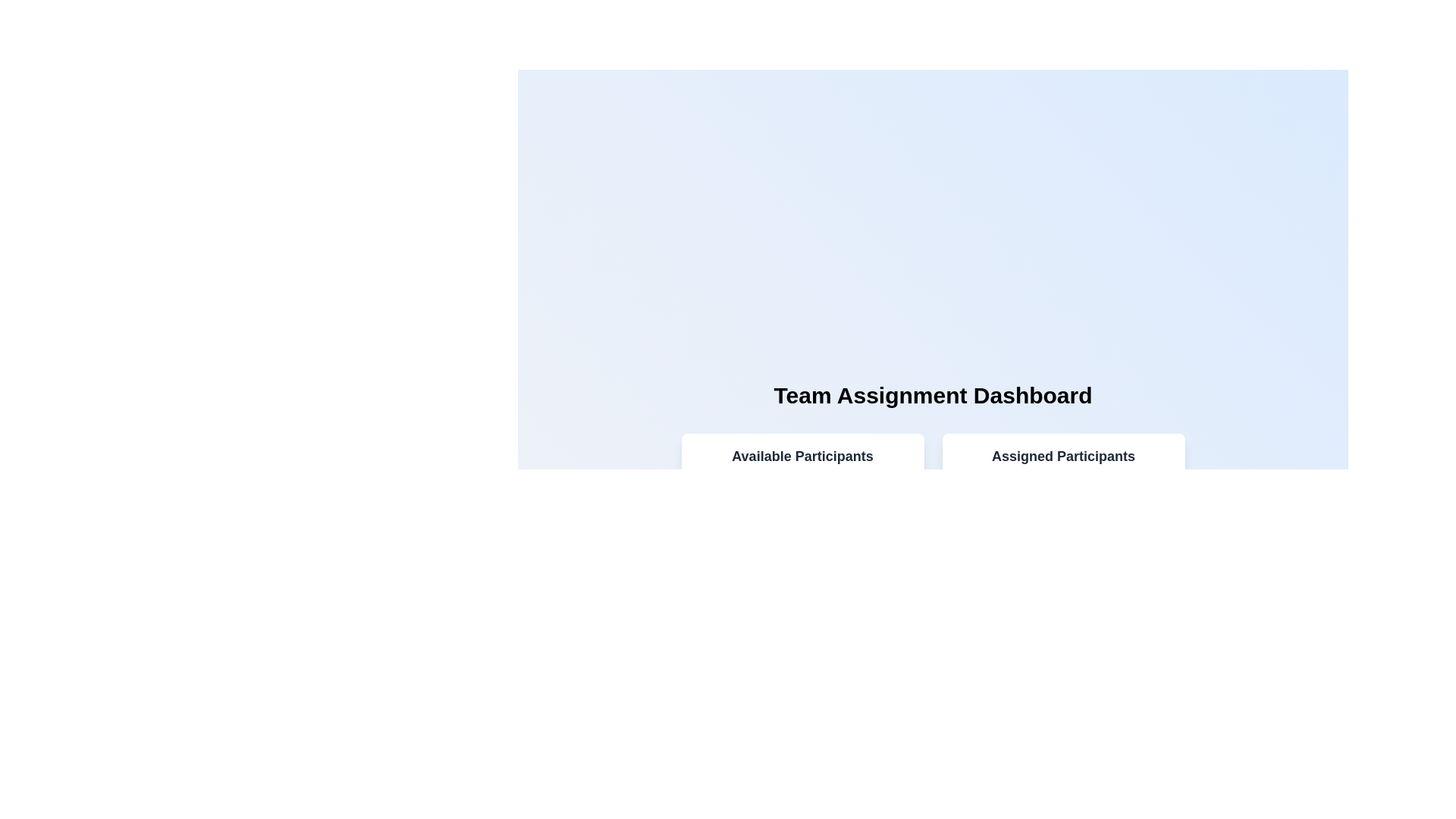  I want to click on the text label that serves as a heading for the section related to participants assigned to a team or task, so click(1062, 455).